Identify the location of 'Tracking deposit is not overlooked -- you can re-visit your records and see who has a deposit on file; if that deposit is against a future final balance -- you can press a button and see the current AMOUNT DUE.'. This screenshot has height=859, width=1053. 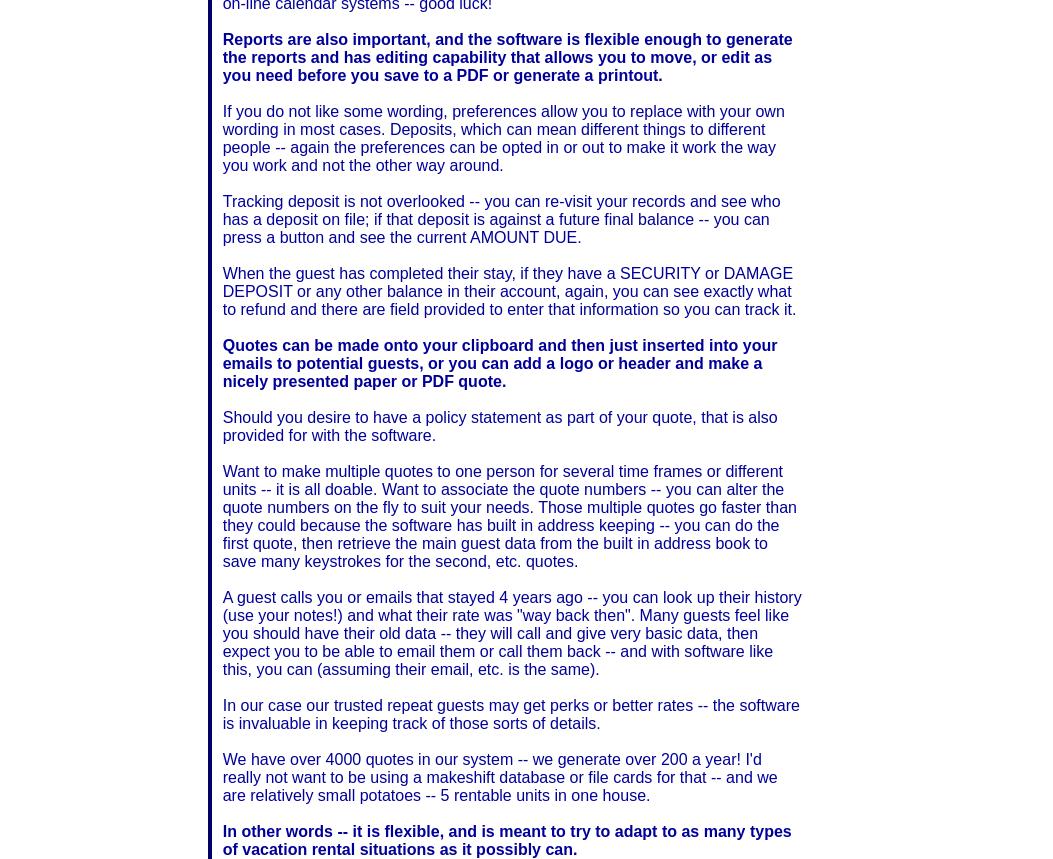
(501, 218).